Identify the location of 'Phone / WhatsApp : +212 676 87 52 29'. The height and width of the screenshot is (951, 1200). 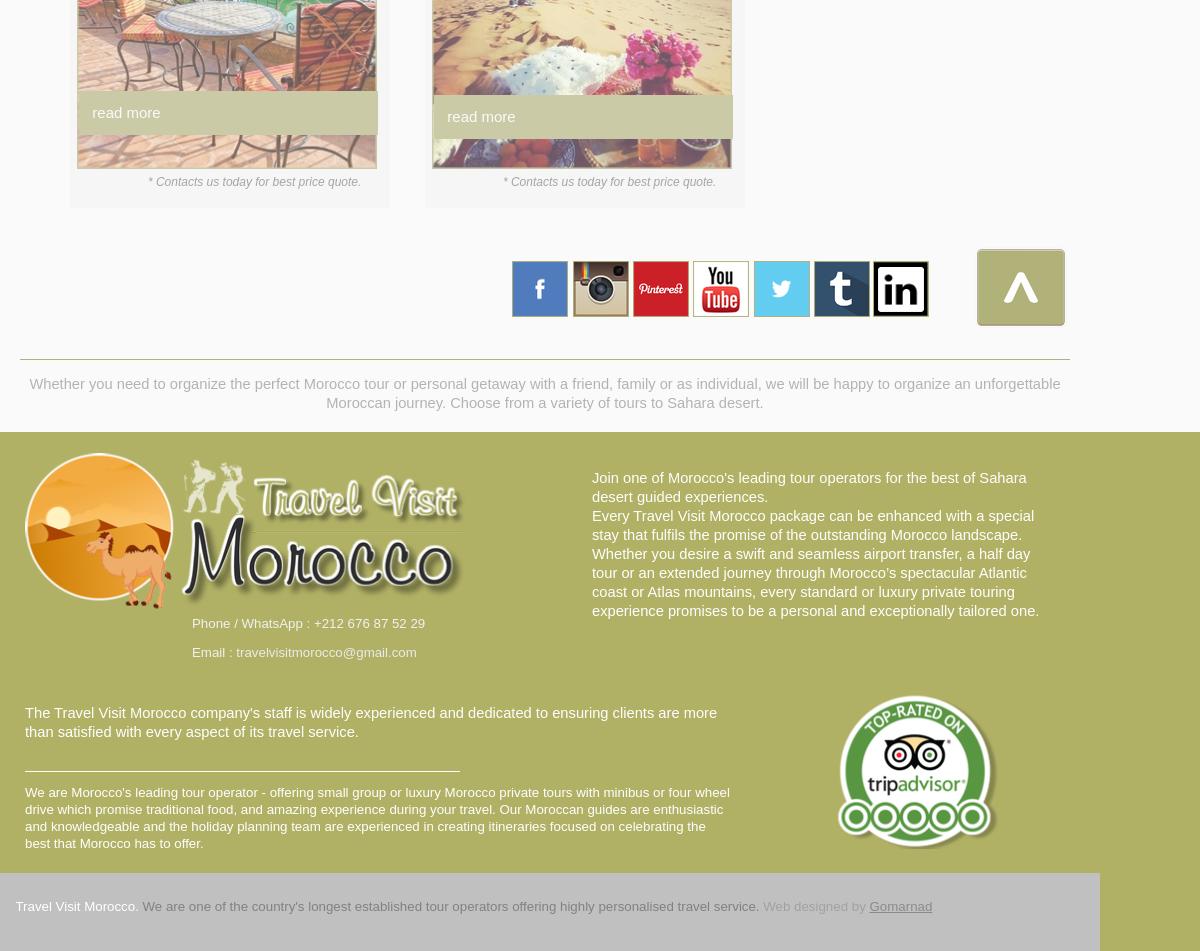
(308, 622).